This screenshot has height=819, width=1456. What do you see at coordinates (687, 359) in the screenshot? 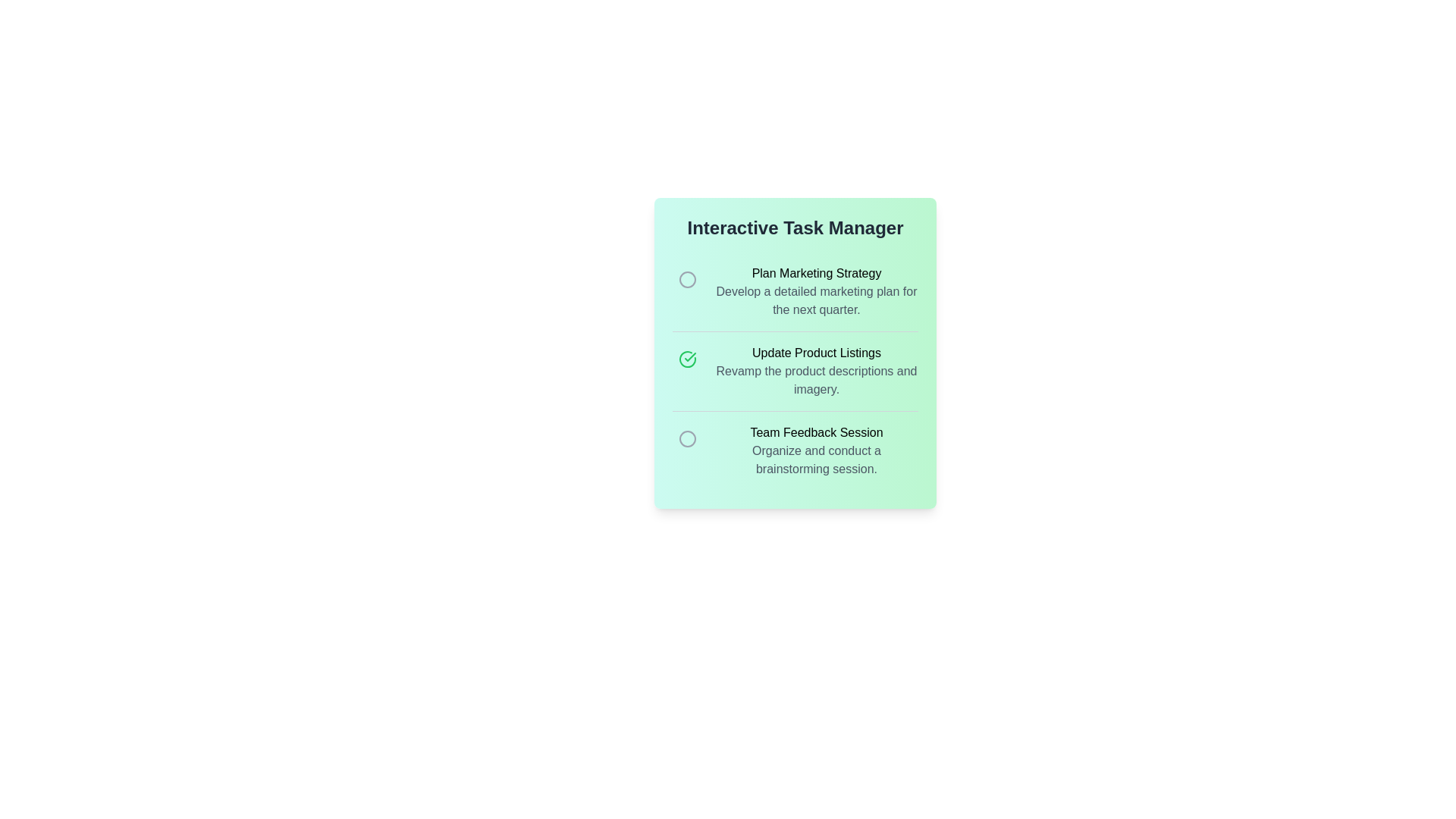
I see `the completion icon for the task 'Update Product Listings'` at bounding box center [687, 359].